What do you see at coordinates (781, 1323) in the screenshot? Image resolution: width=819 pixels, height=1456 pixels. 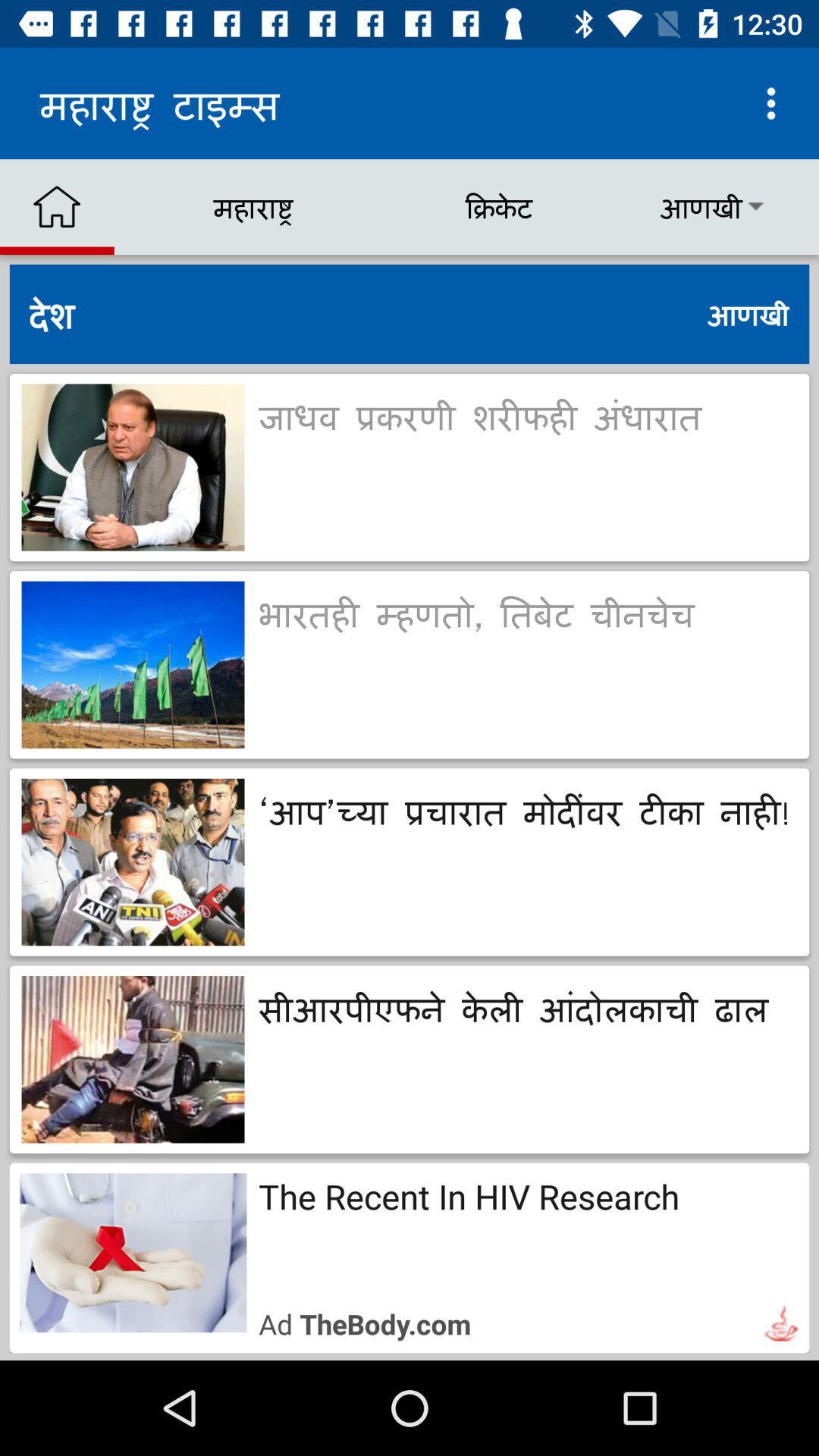 I see `the image icon at right side bottom of the page` at bounding box center [781, 1323].